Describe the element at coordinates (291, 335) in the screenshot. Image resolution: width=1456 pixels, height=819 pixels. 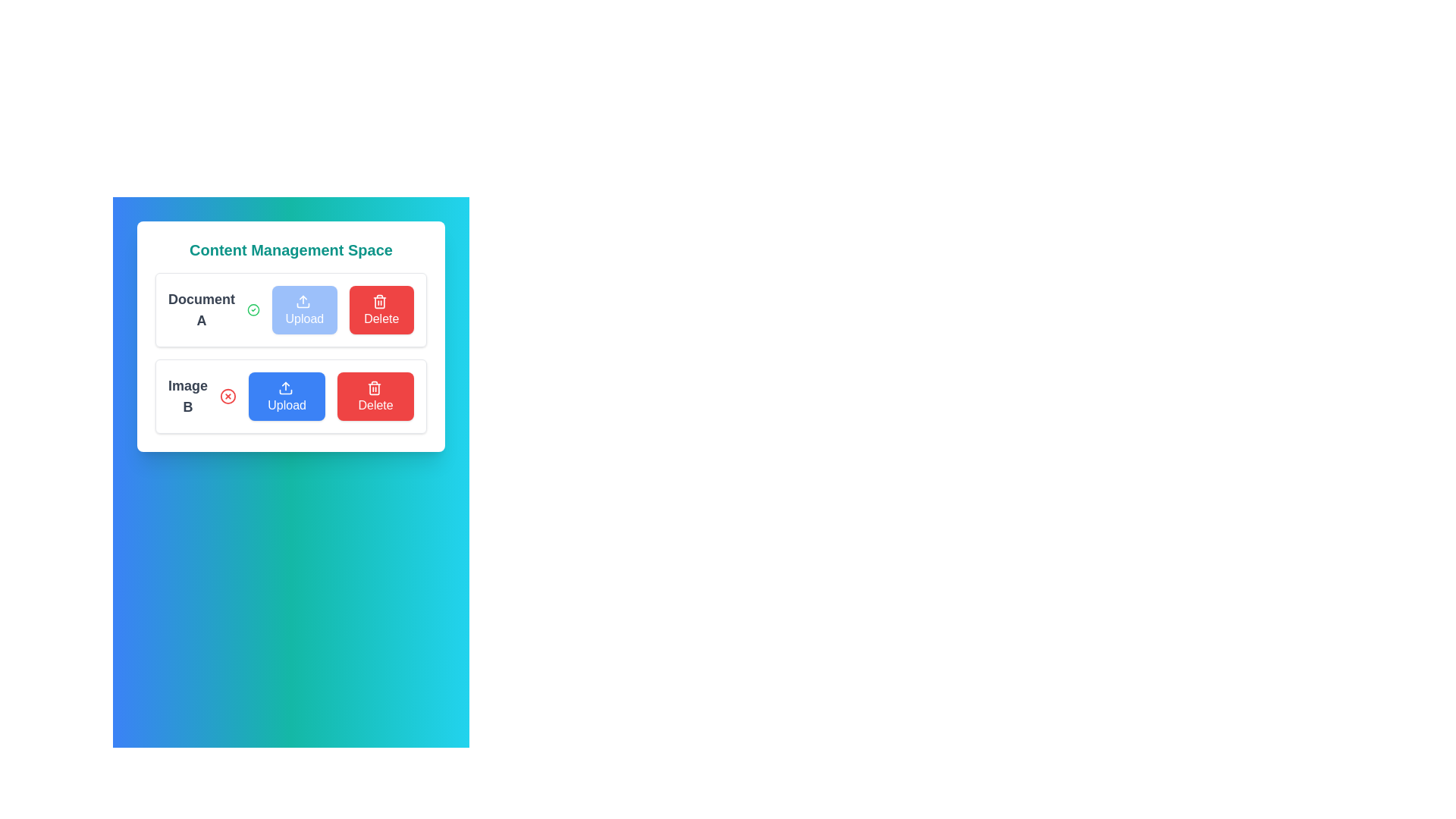
I see `the 'Upload' or 'Delete' buttons within the 'Content Management Space' card that features a white background and rounded corners` at that location.